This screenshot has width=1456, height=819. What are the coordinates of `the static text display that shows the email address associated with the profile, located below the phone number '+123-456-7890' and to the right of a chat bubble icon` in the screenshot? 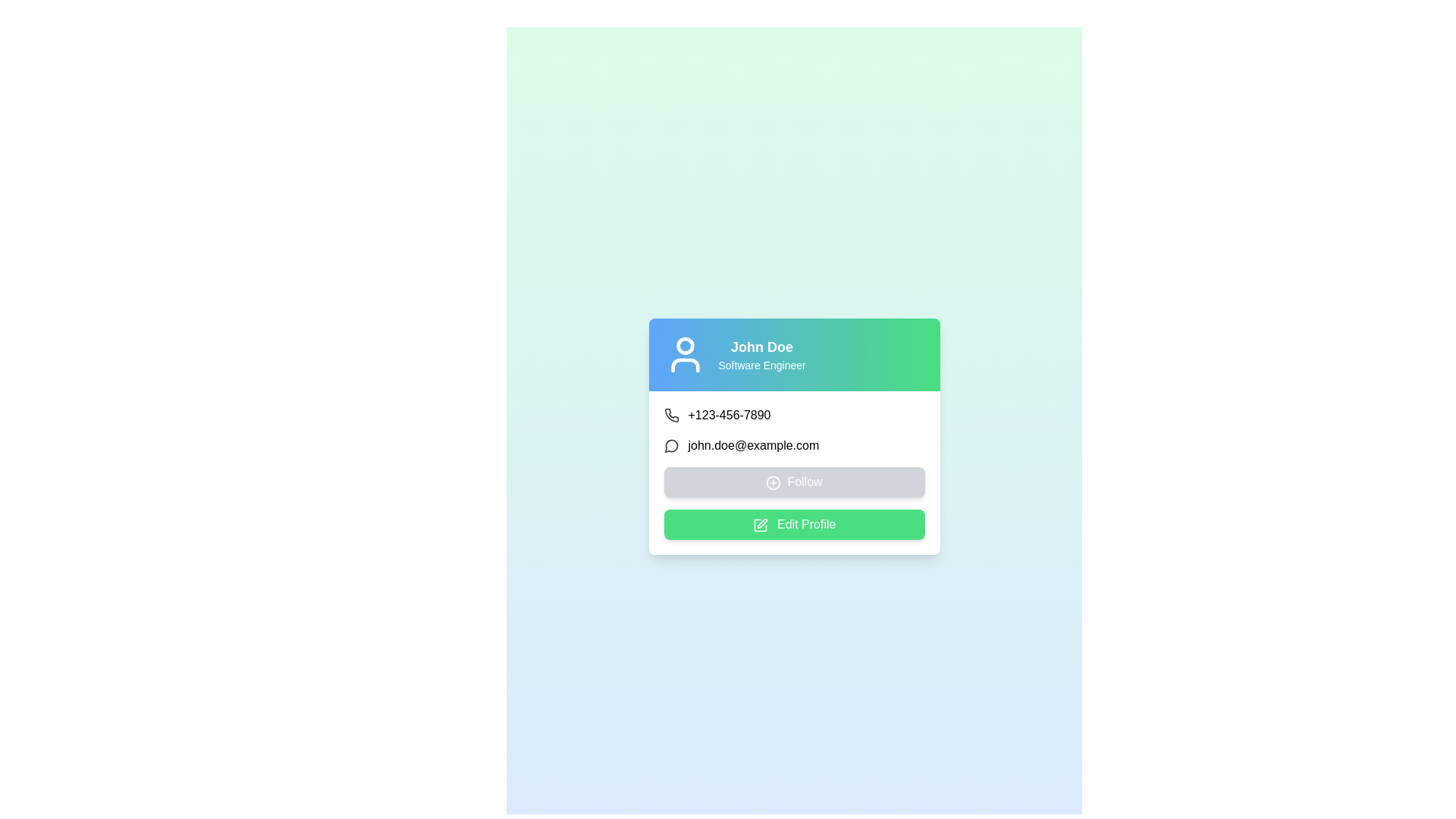 It's located at (753, 444).